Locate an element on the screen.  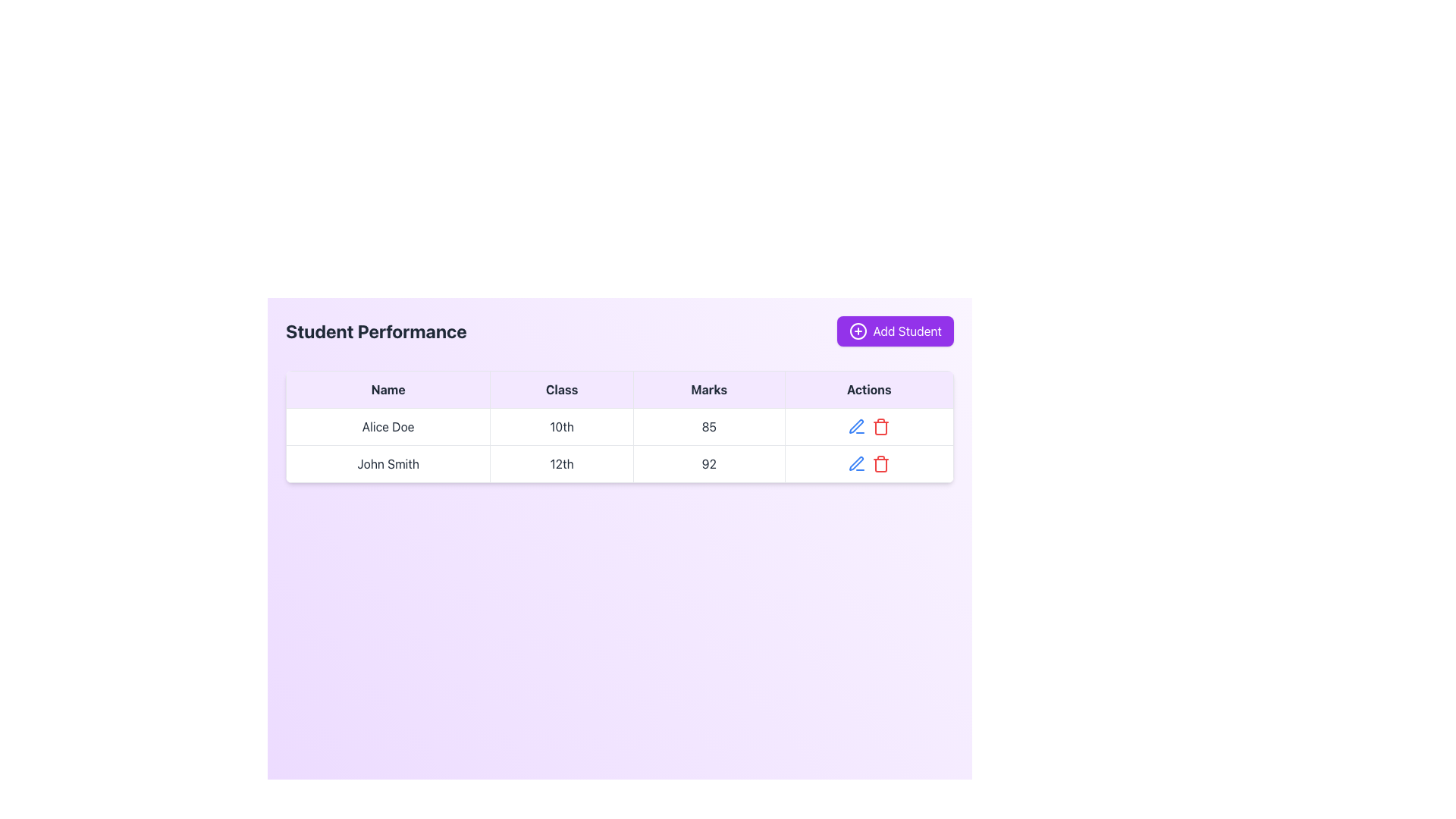
the blue pen icon in the 'Actions' column of the second row of the table is located at coordinates (857, 427).